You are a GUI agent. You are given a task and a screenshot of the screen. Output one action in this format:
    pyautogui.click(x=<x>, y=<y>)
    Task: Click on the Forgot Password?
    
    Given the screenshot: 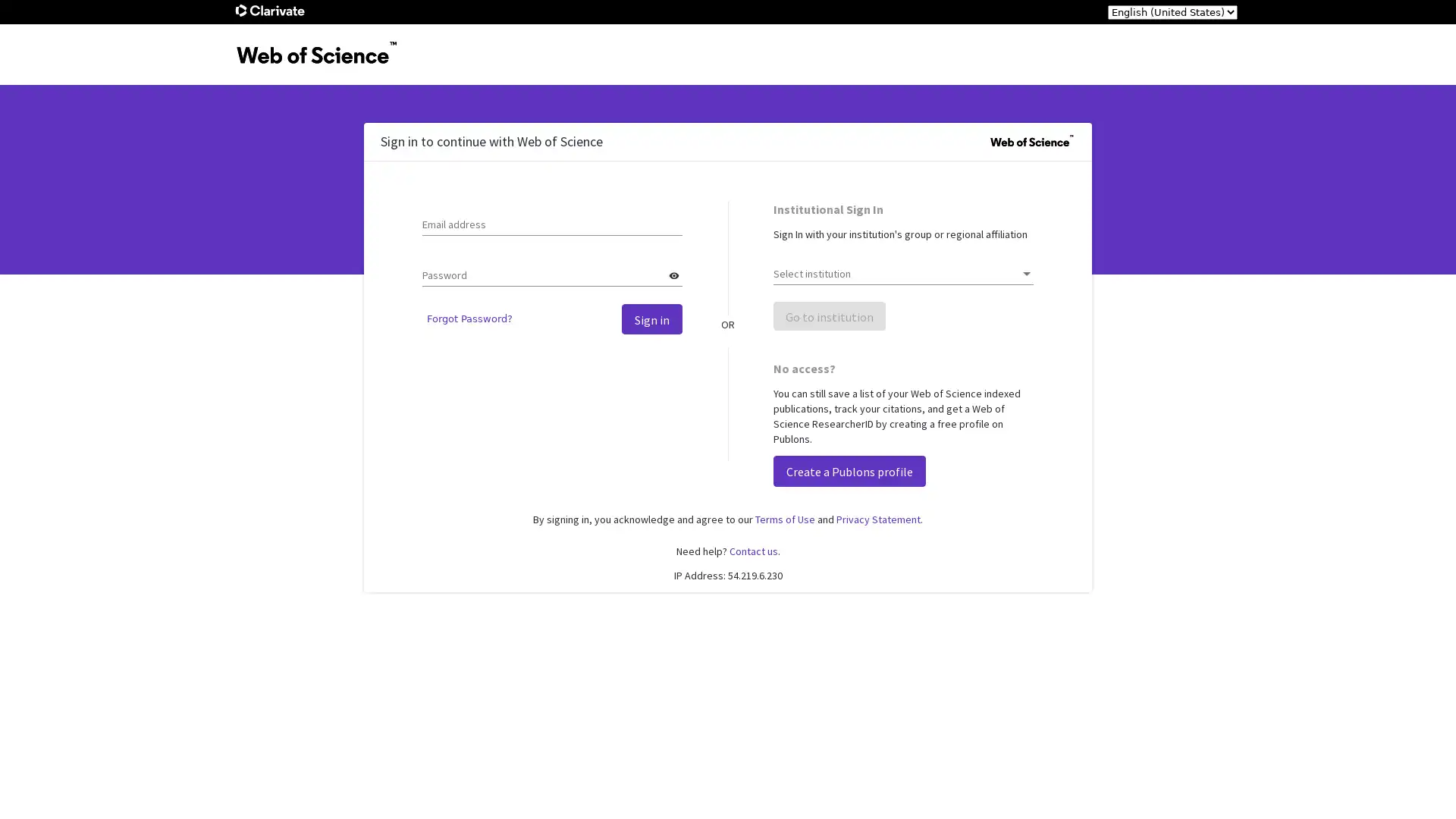 What is the action you would take?
    pyautogui.click(x=468, y=318)
    